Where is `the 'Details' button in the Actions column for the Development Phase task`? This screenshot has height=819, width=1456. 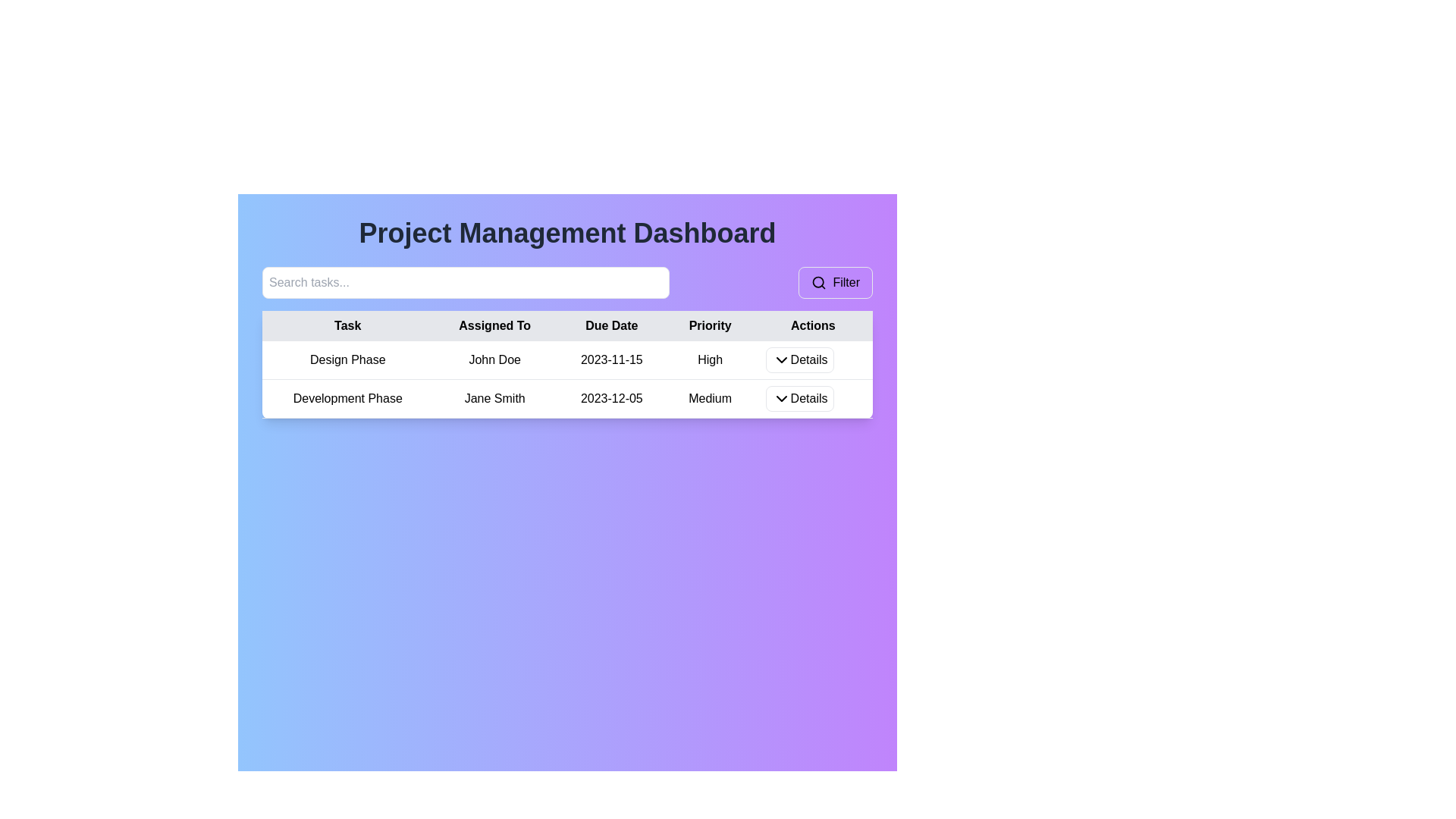
the 'Details' button in the Actions column for the Development Phase task is located at coordinates (812, 397).